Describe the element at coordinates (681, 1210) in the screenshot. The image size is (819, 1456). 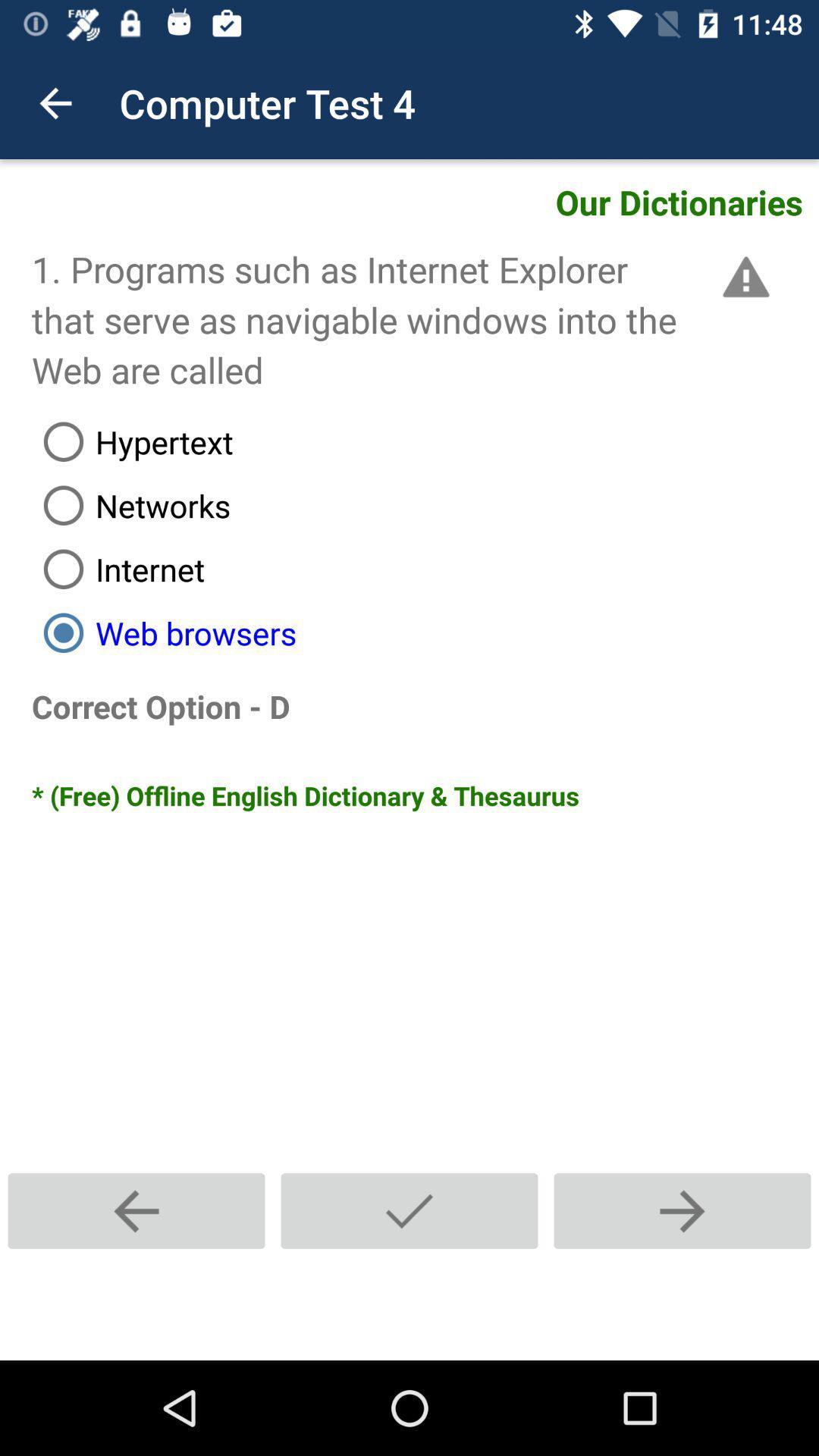
I see `item below the free offline english item` at that location.